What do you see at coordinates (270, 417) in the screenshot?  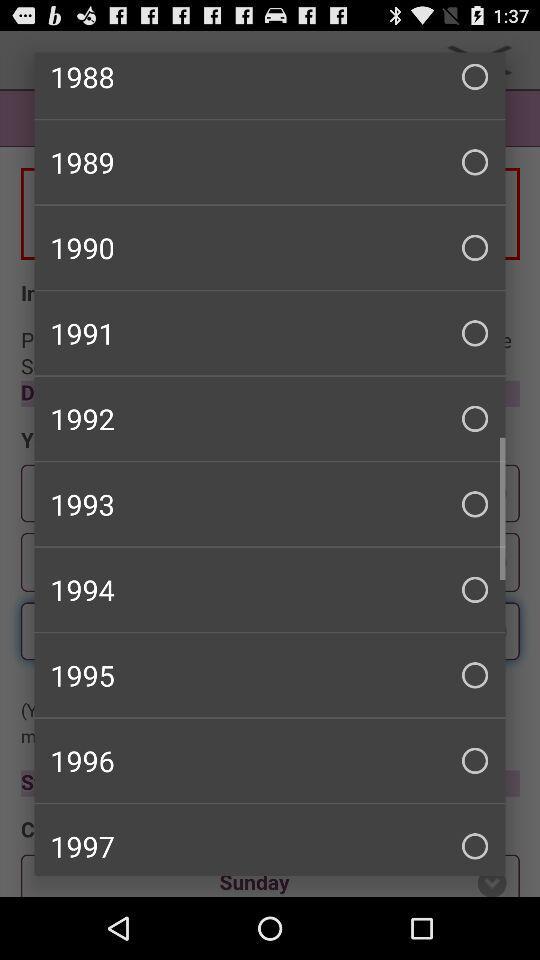 I see `the icon above 1993 checkbox` at bounding box center [270, 417].